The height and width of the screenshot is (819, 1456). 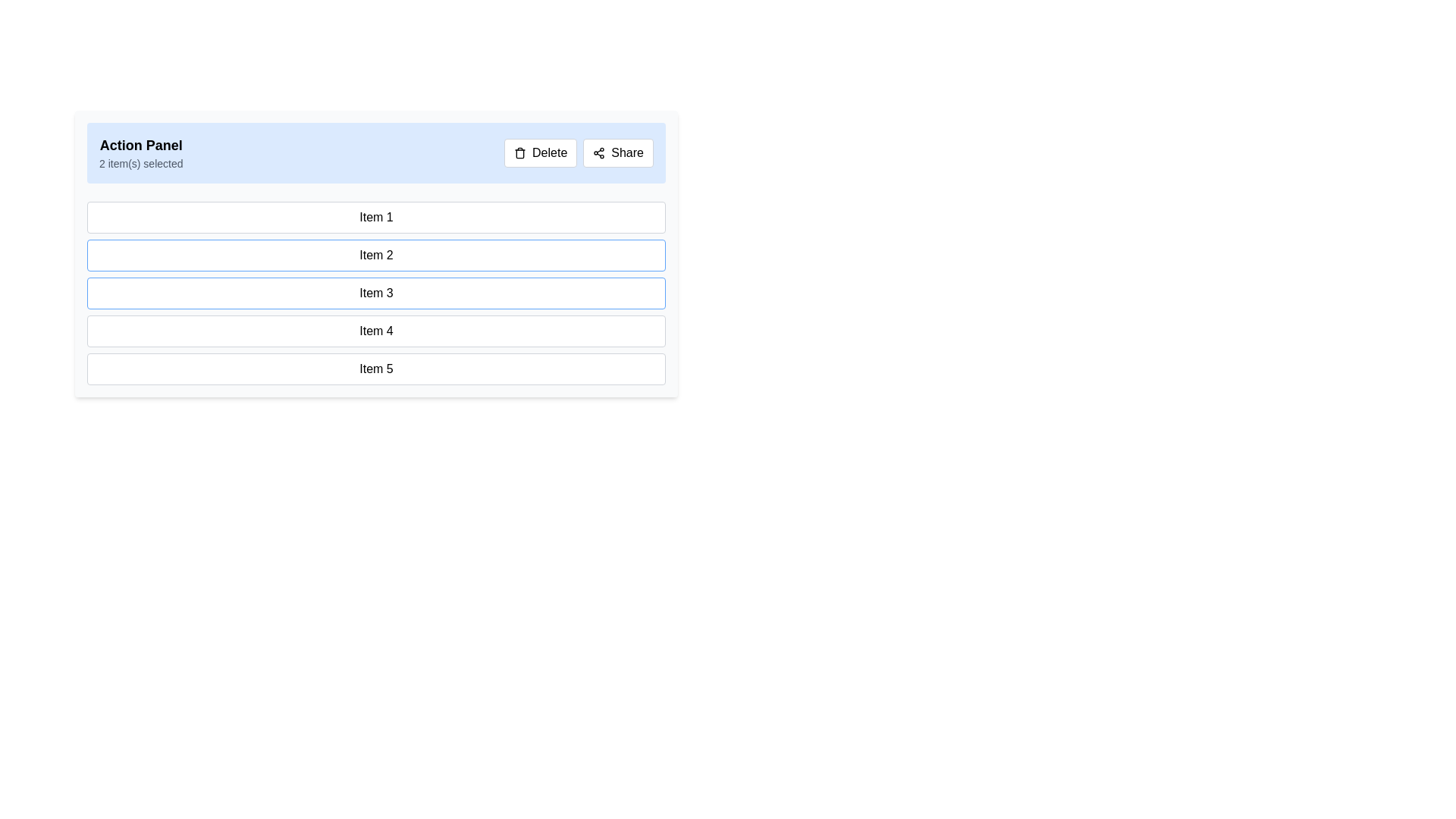 I want to click on the fourth selectable list item, so click(x=376, y=330).